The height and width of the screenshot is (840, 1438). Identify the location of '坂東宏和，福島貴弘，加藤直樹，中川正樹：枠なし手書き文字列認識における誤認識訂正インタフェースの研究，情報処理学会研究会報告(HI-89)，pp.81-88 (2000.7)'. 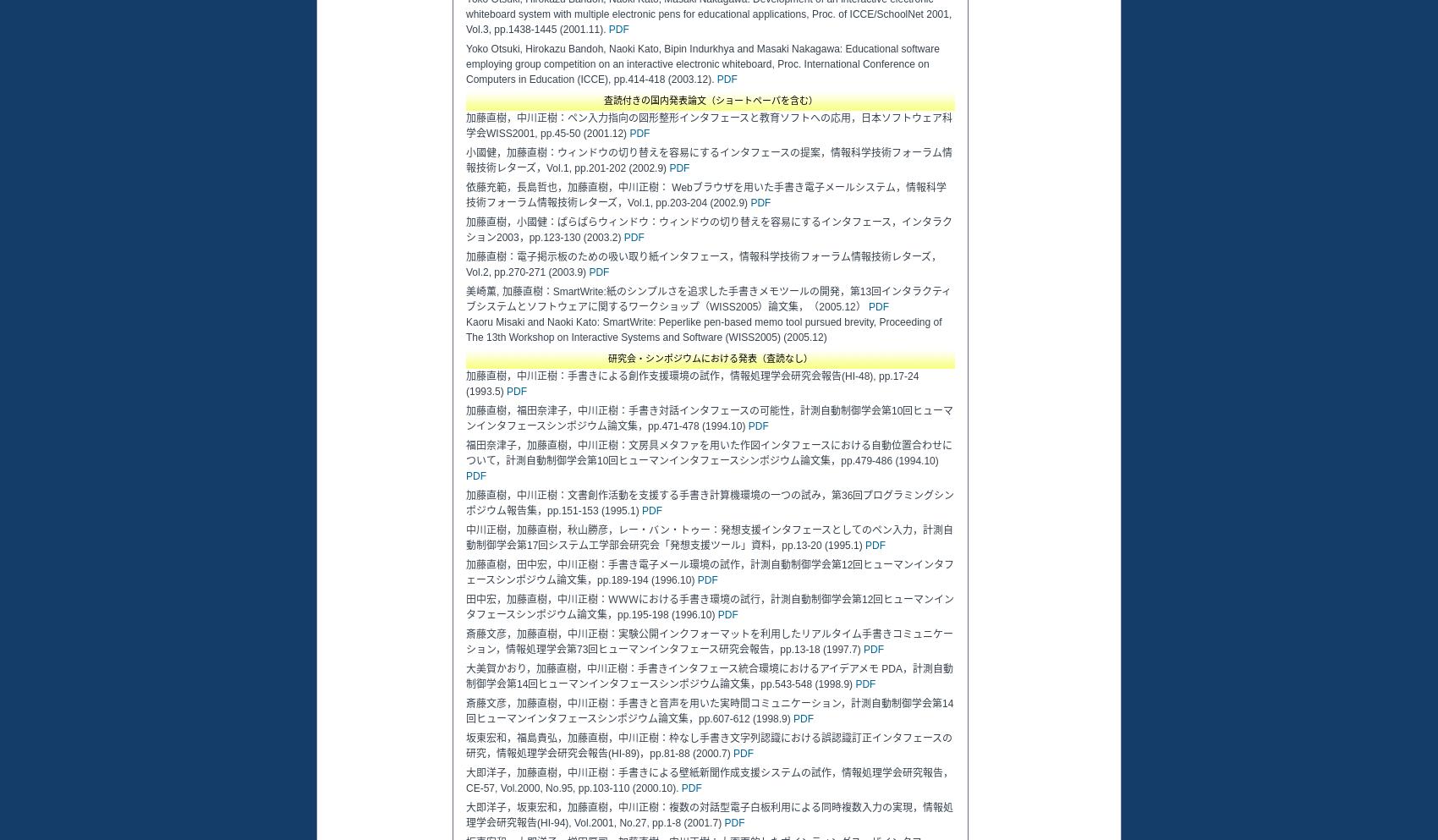
(708, 745).